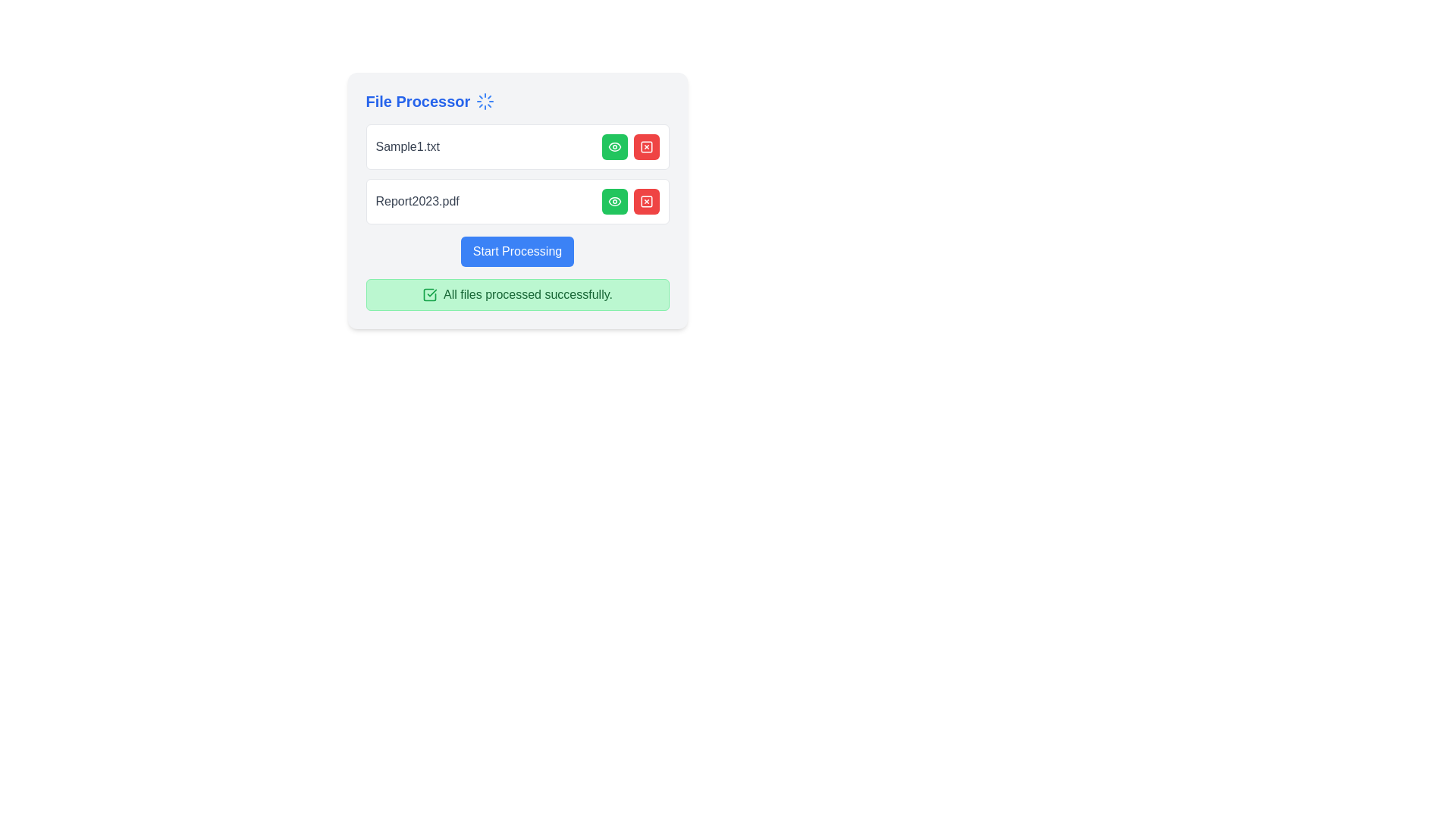 This screenshot has width=1456, height=819. I want to click on the first green button with a white eye icon located next to the red delete button in the 'File Processor' section, so click(614, 146).